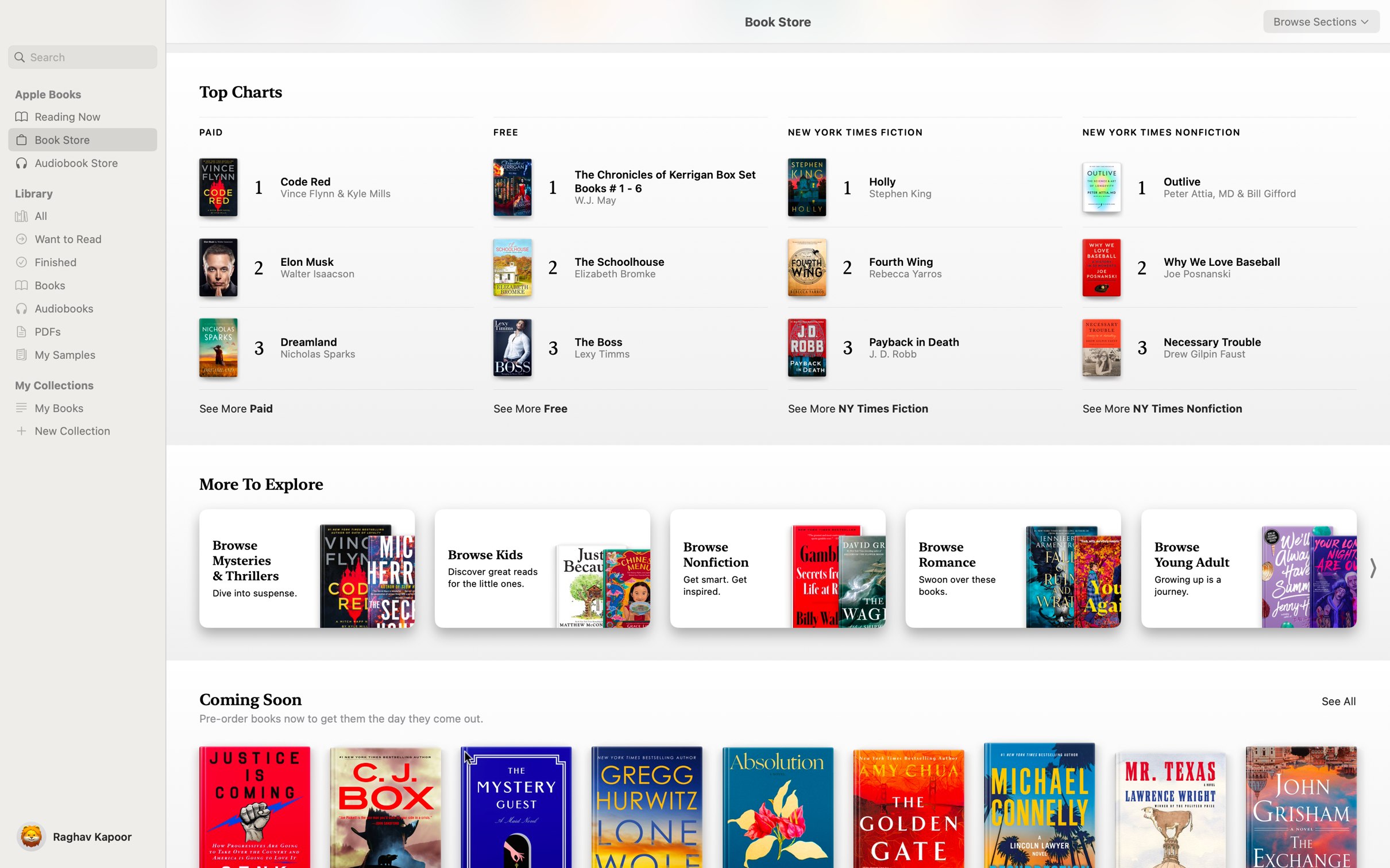 Image resolution: width=1390 pixels, height=868 pixels. Describe the element at coordinates (82, 57) in the screenshot. I see `Utilize the search bar to find the book "Rich dad poor dad"` at that location.